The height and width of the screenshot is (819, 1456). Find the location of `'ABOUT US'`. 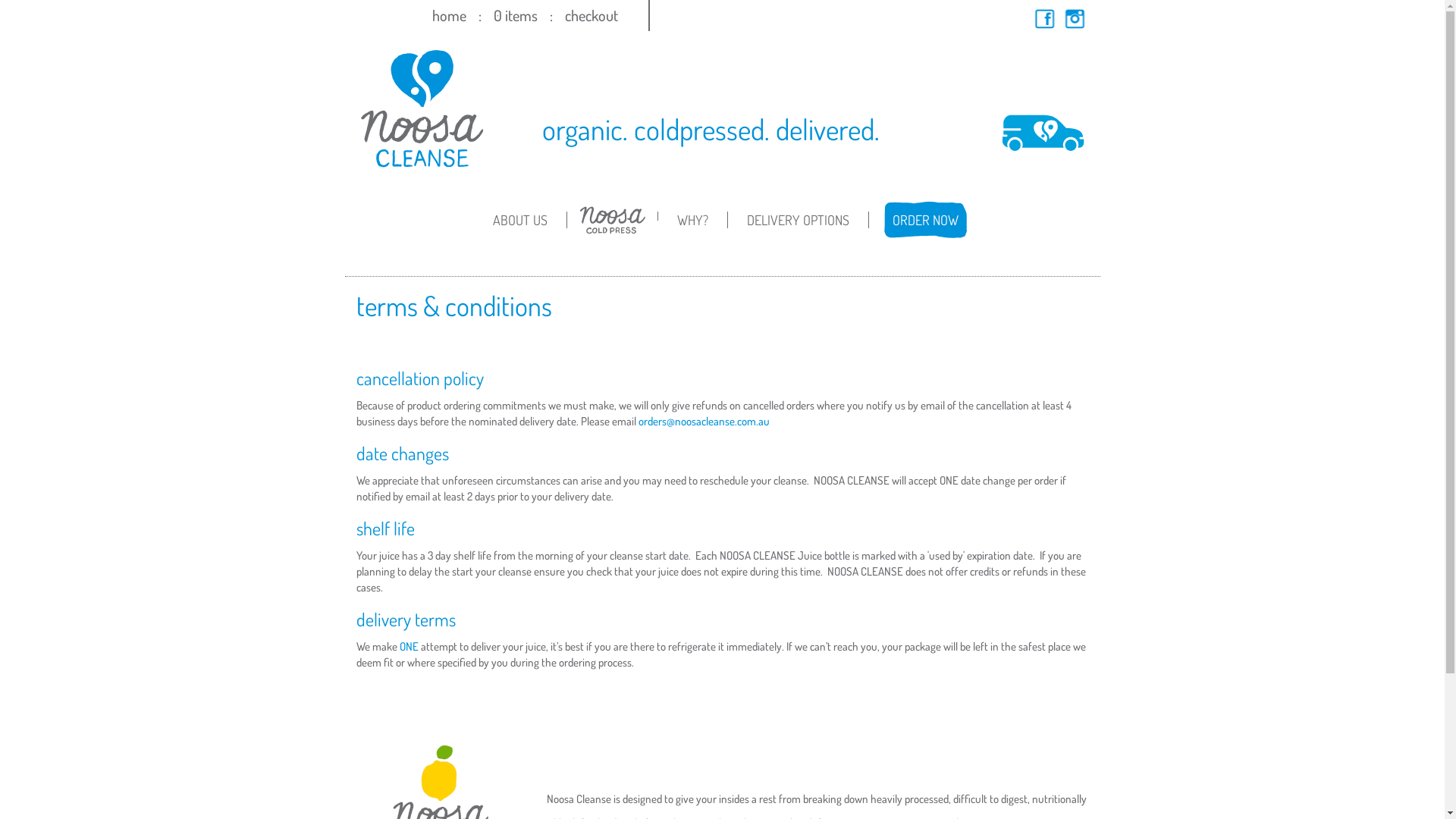

'ABOUT US' is located at coordinates (519, 219).